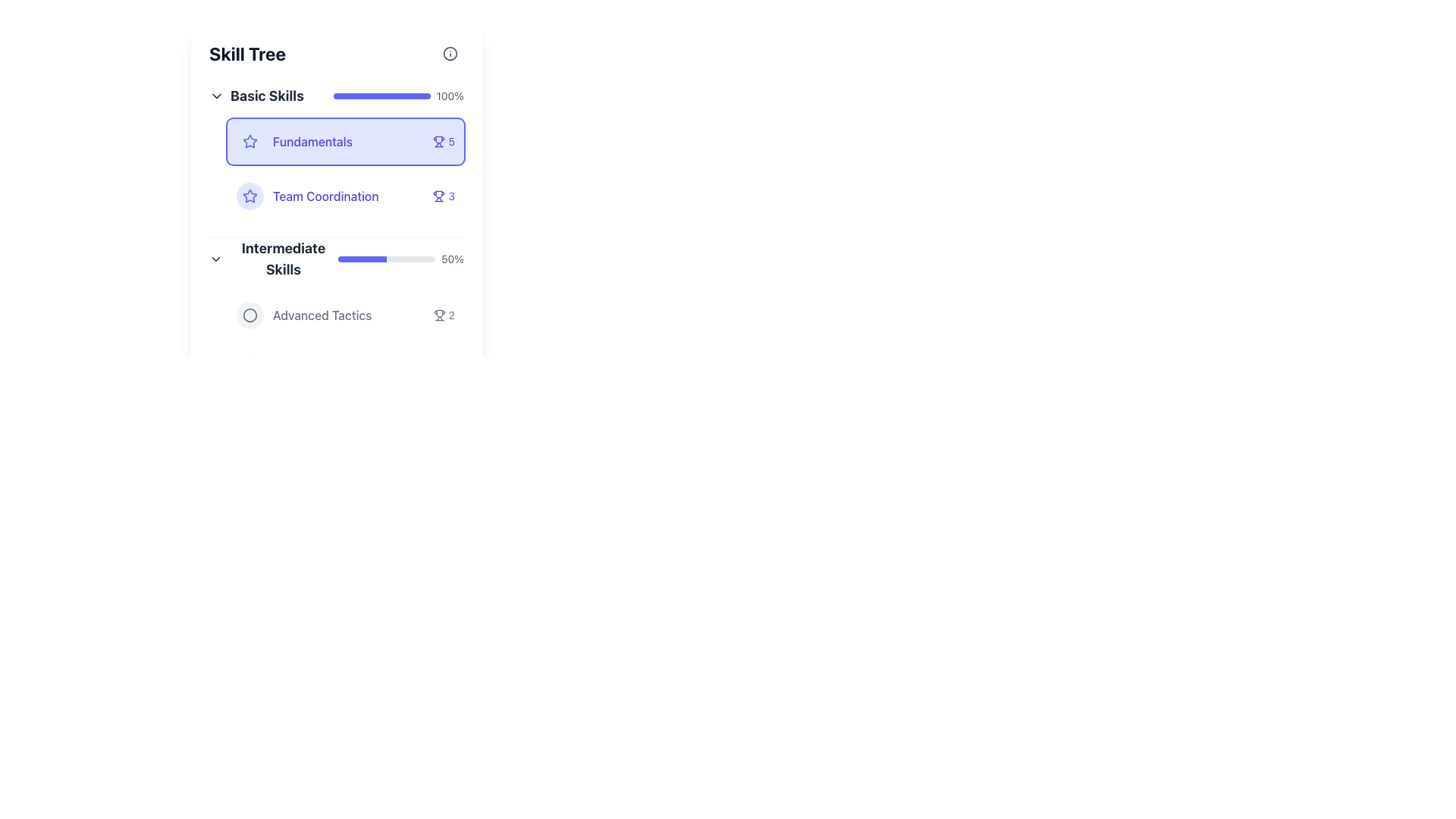 This screenshot has height=819, width=1456. Describe the element at coordinates (273, 259) in the screenshot. I see `the 'Intermediate Skills' button, which is styled in bold dark gray text and changes to indigo on hover, located in the middle of the 'Skill Tree' panel beneath 'Basic Skills'` at that location.